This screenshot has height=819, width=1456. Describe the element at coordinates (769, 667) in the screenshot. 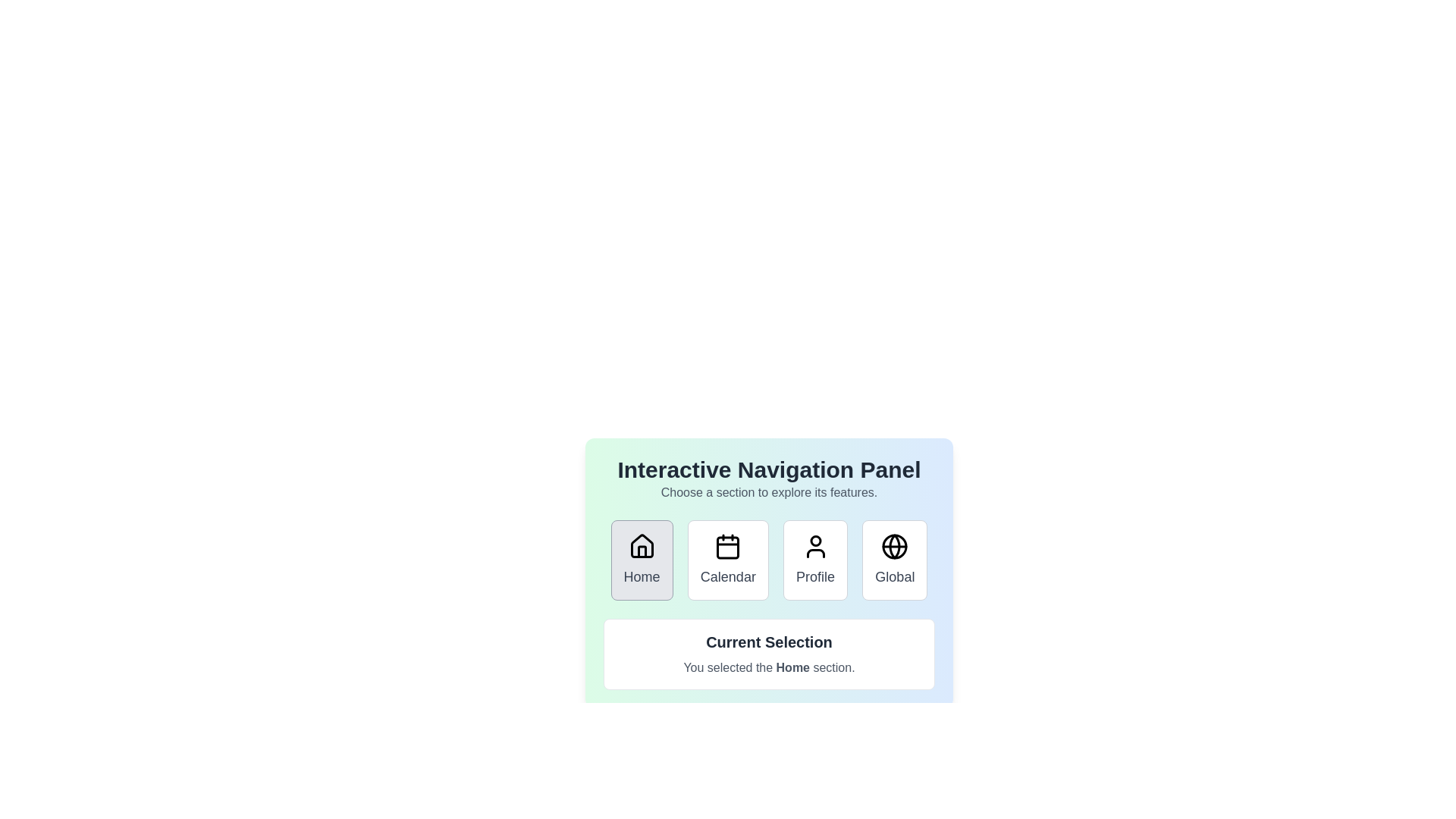

I see `text indicating the current active section, which is labeled 'Home' located in the 'Current Selection' subsection below the navigation section` at that location.